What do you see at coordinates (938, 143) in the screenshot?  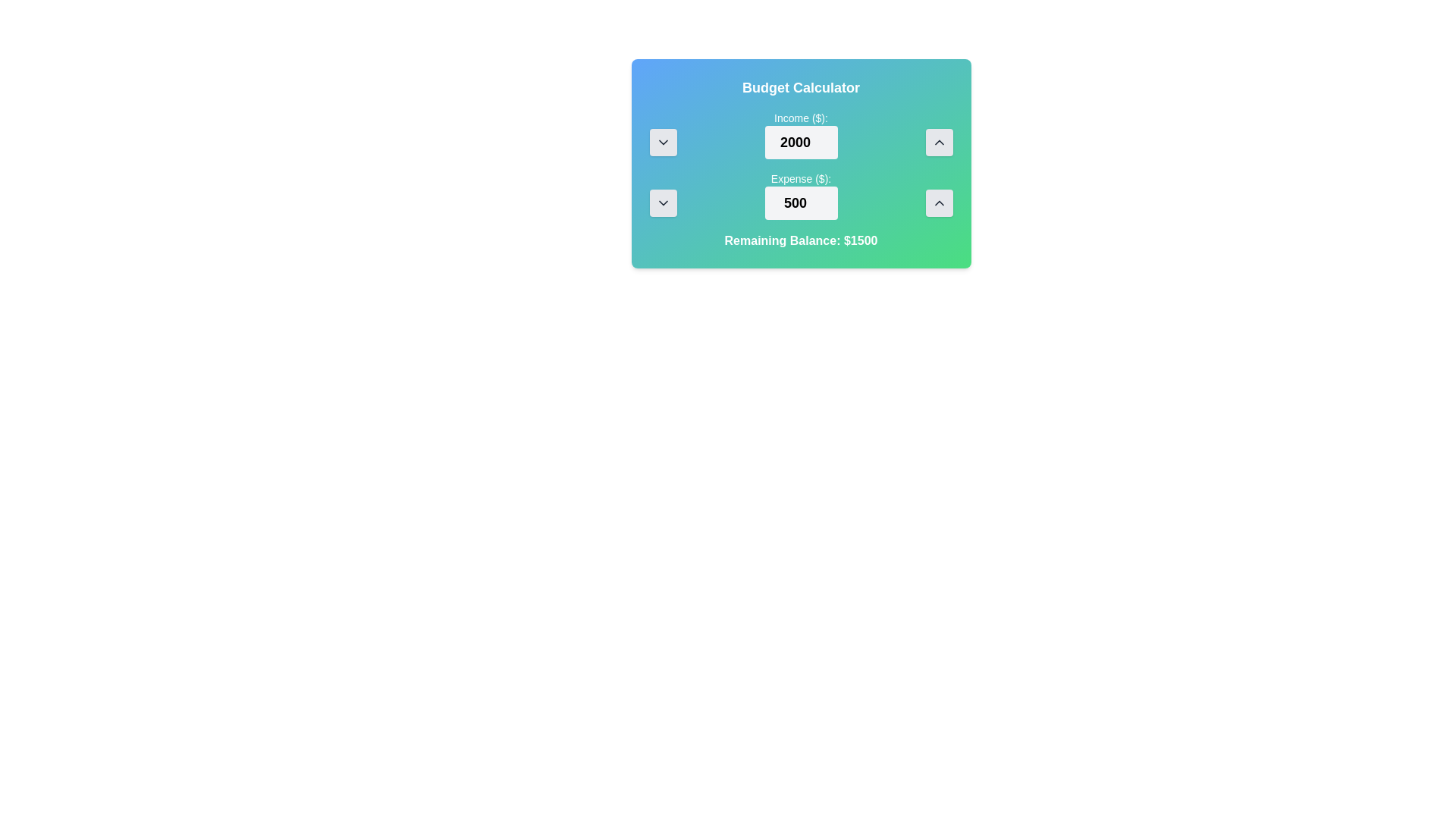 I see `the small rectangular button with rounded corners in the budget calculator interface, located in the top-right corner` at bounding box center [938, 143].